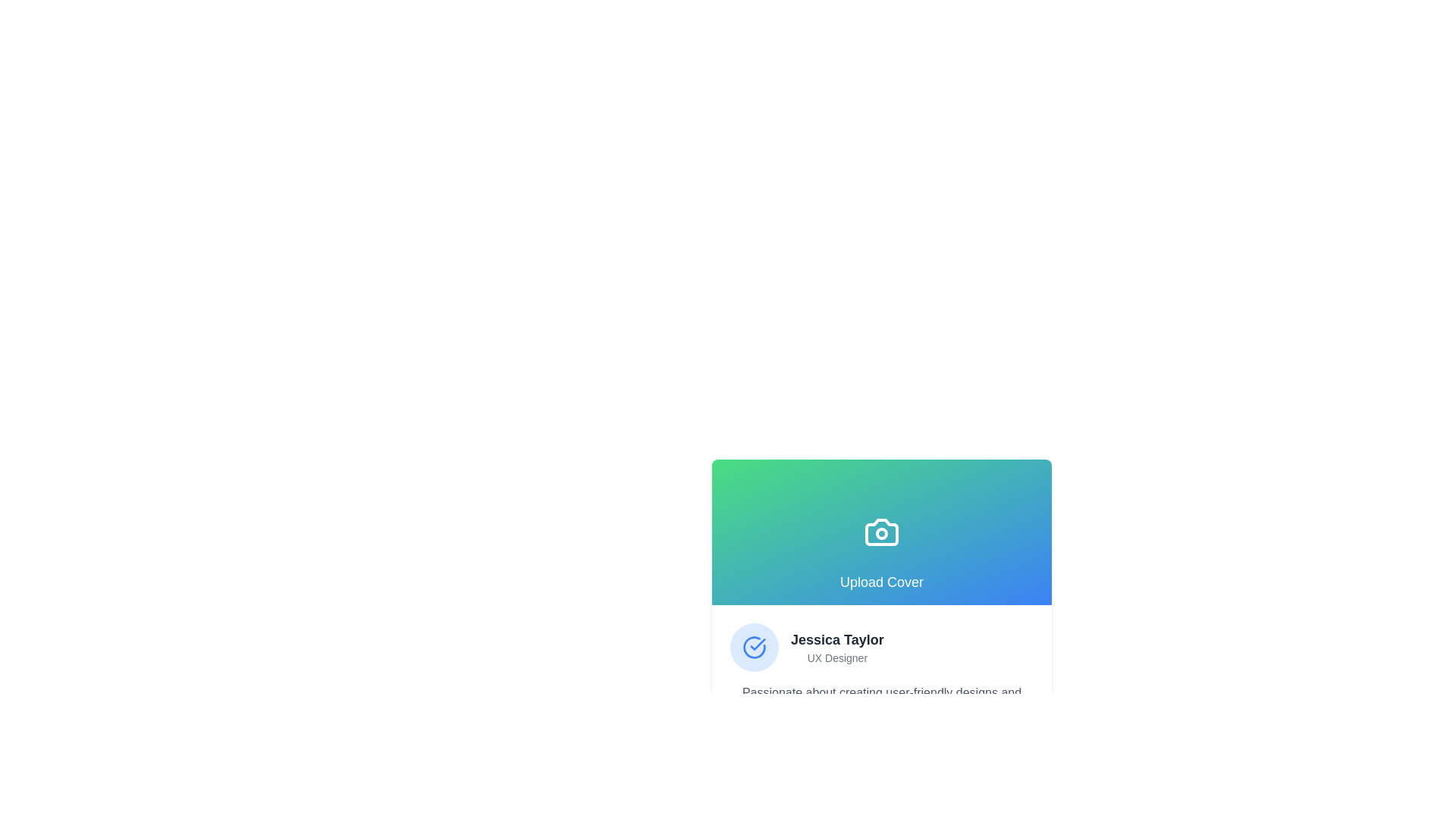  Describe the element at coordinates (881, 696) in the screenshot. I see `displayed information from the Profile Card Section located within a white card at the bottom half of the component, directly under the gradient section with the camera icon labeled 'Upload Cover'` at that location.